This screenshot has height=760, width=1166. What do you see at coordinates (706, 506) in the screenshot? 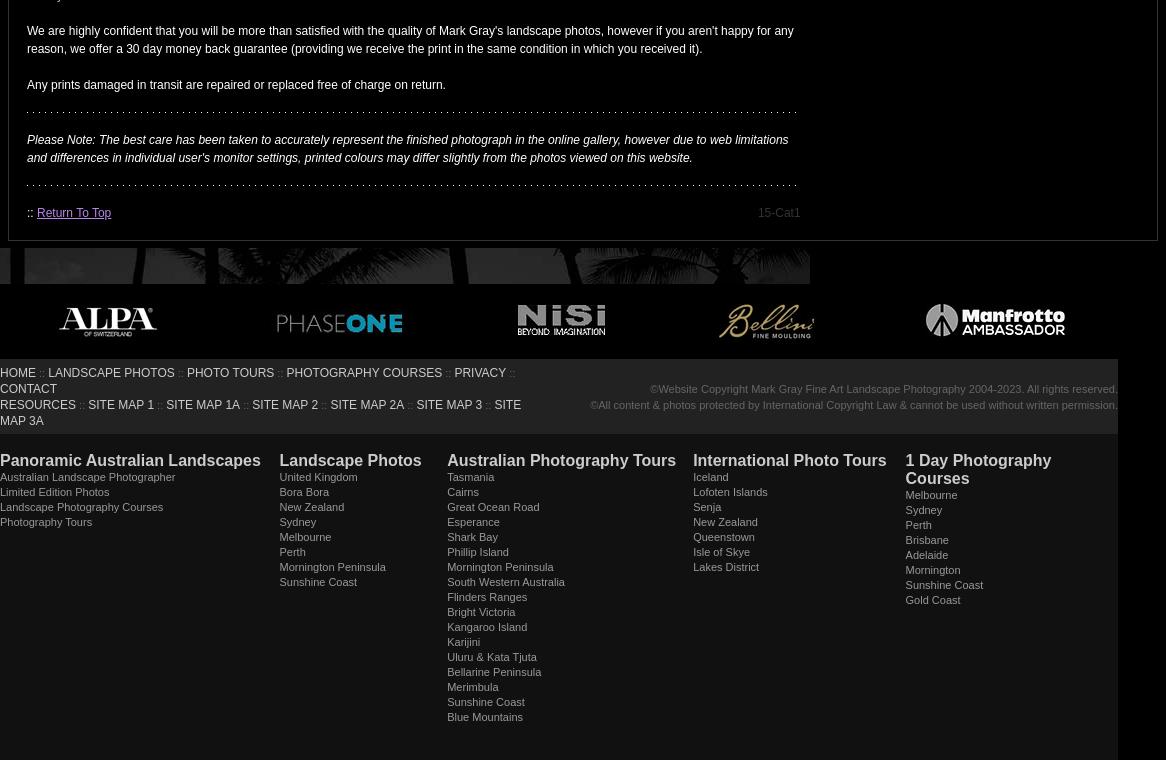
I see `'Senja'` at bounding box center [706, 506].